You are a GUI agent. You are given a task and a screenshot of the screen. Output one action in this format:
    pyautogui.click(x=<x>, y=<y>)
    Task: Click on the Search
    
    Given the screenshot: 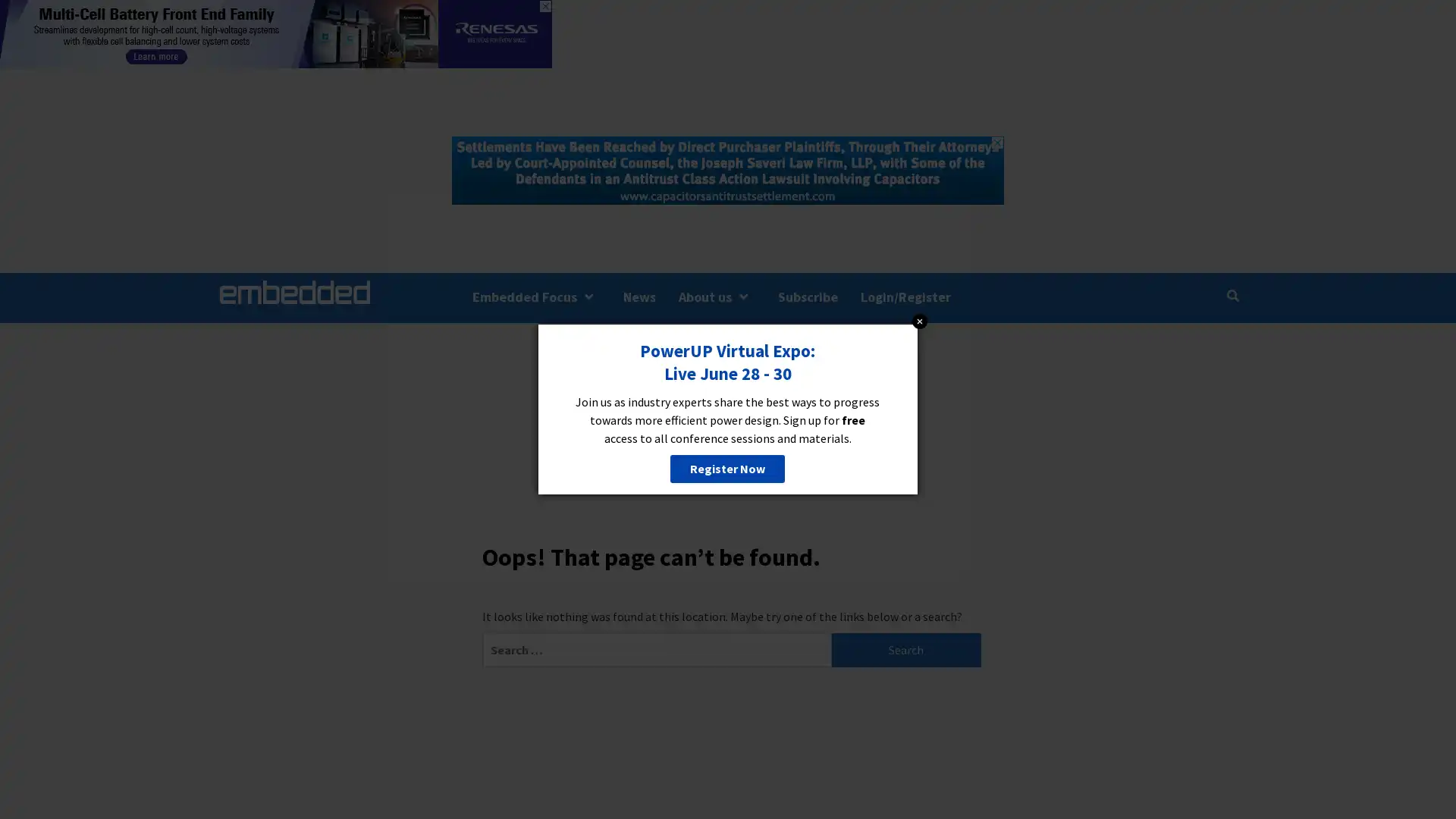 What is the action you would take?
    pyautogui.click(x=906, y=648)
    